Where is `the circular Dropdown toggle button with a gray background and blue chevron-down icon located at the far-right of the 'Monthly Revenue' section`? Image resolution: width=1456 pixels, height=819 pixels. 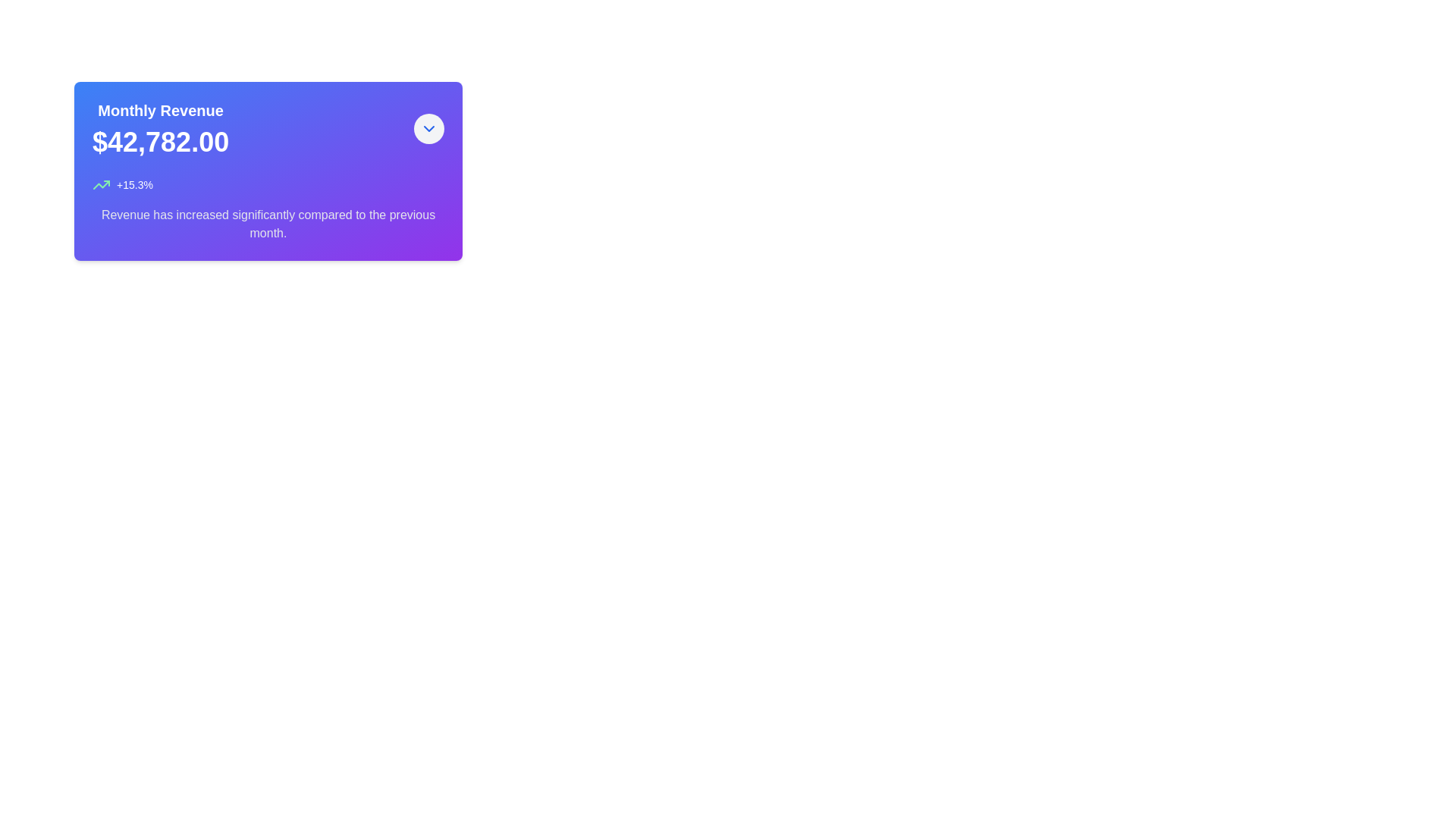 the circular Dropdown toggle button with a gray background and blue chevron-down icon located at the far-right of the 'Monthly Revenue' section is located at coordinates (428, 127).